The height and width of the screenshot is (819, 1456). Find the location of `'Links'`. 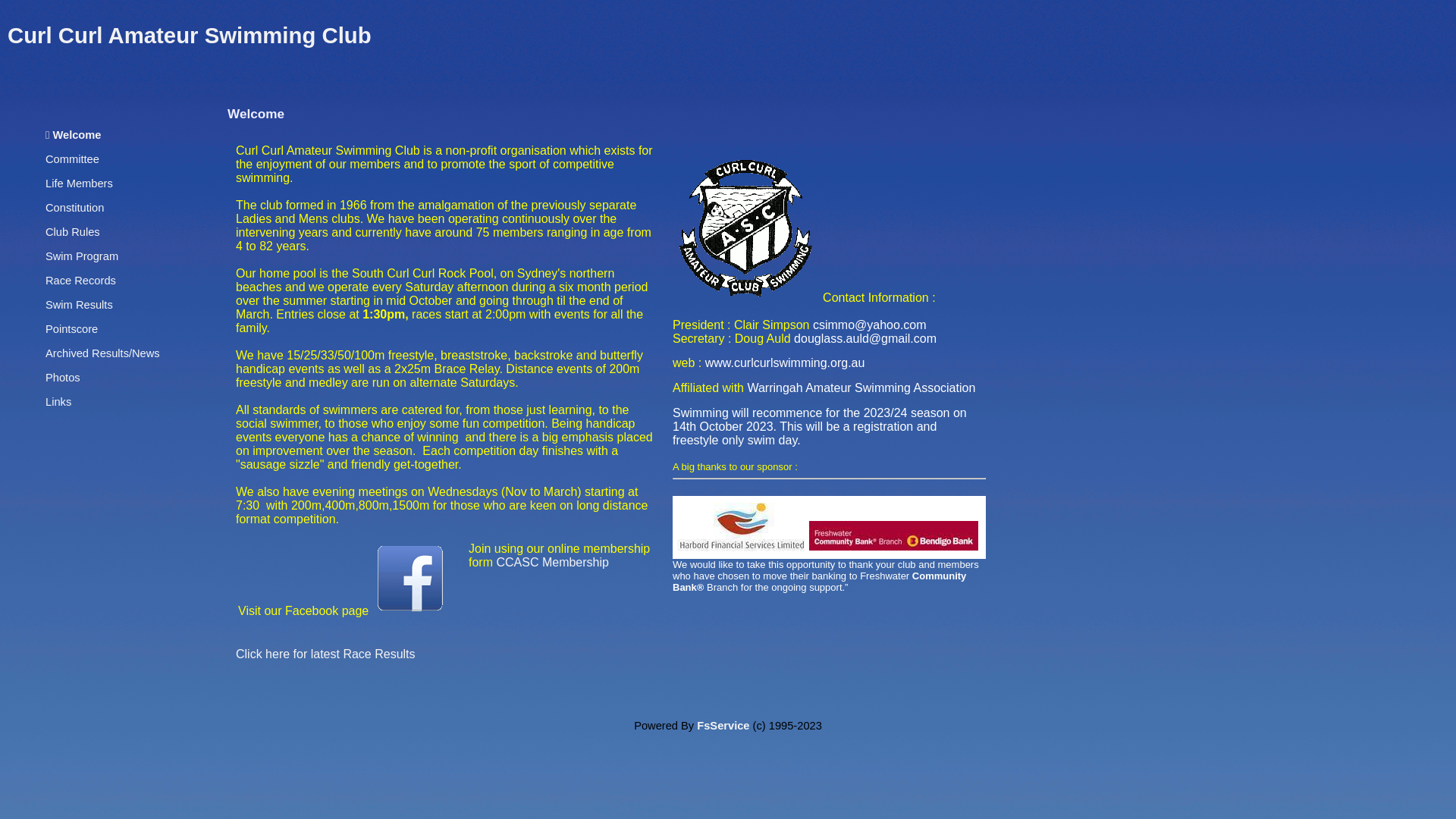

'Links' is located at coordinates (58, 400).